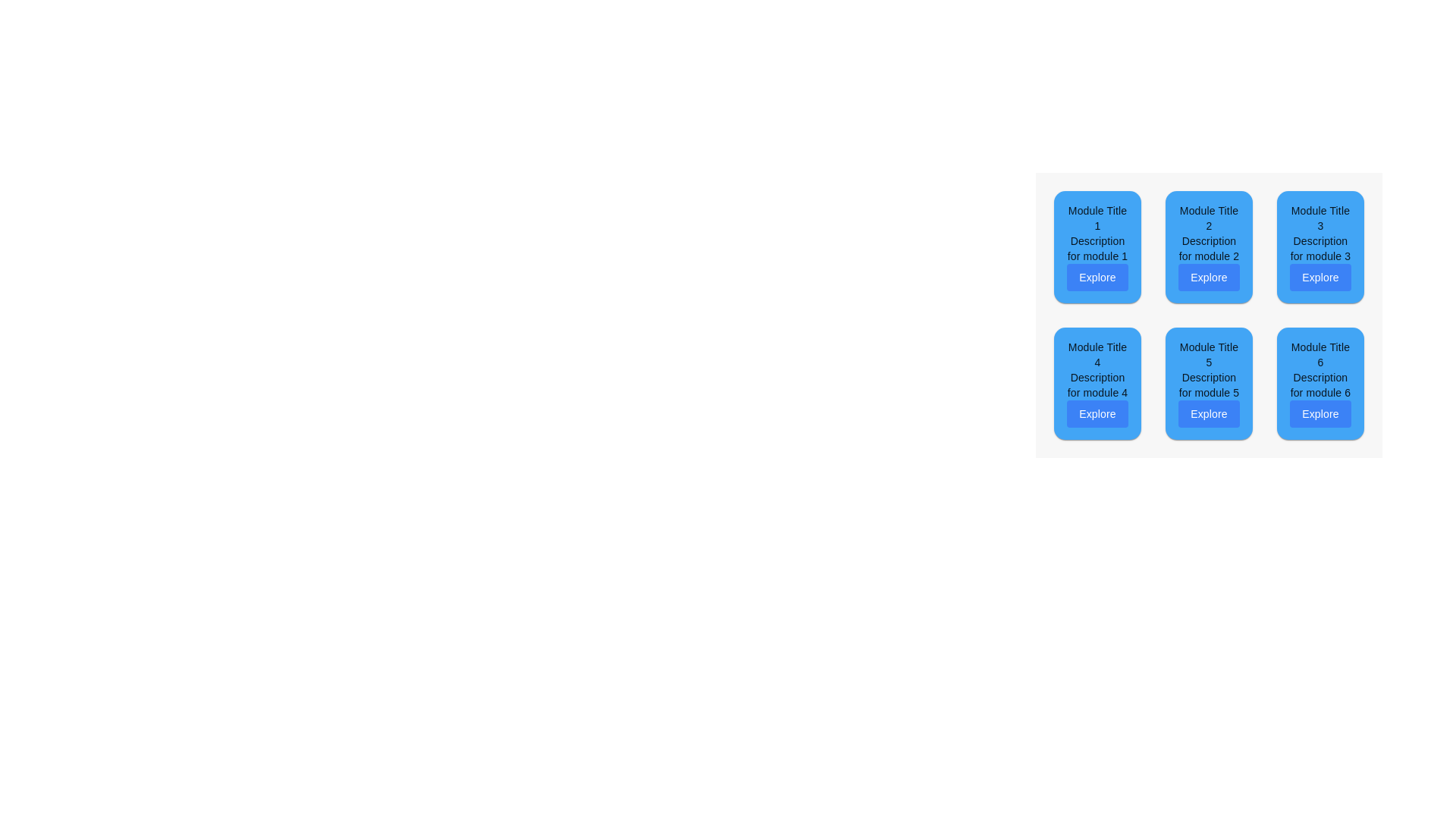 This screenshot has width=1456, height=819. Describe the element at coordinates (1208, 218) in the screenshot. I see `the text label 'Module Title 2', which is the topmost item in the second module of a grid layout, displayed in bold within a blue background` at that location.